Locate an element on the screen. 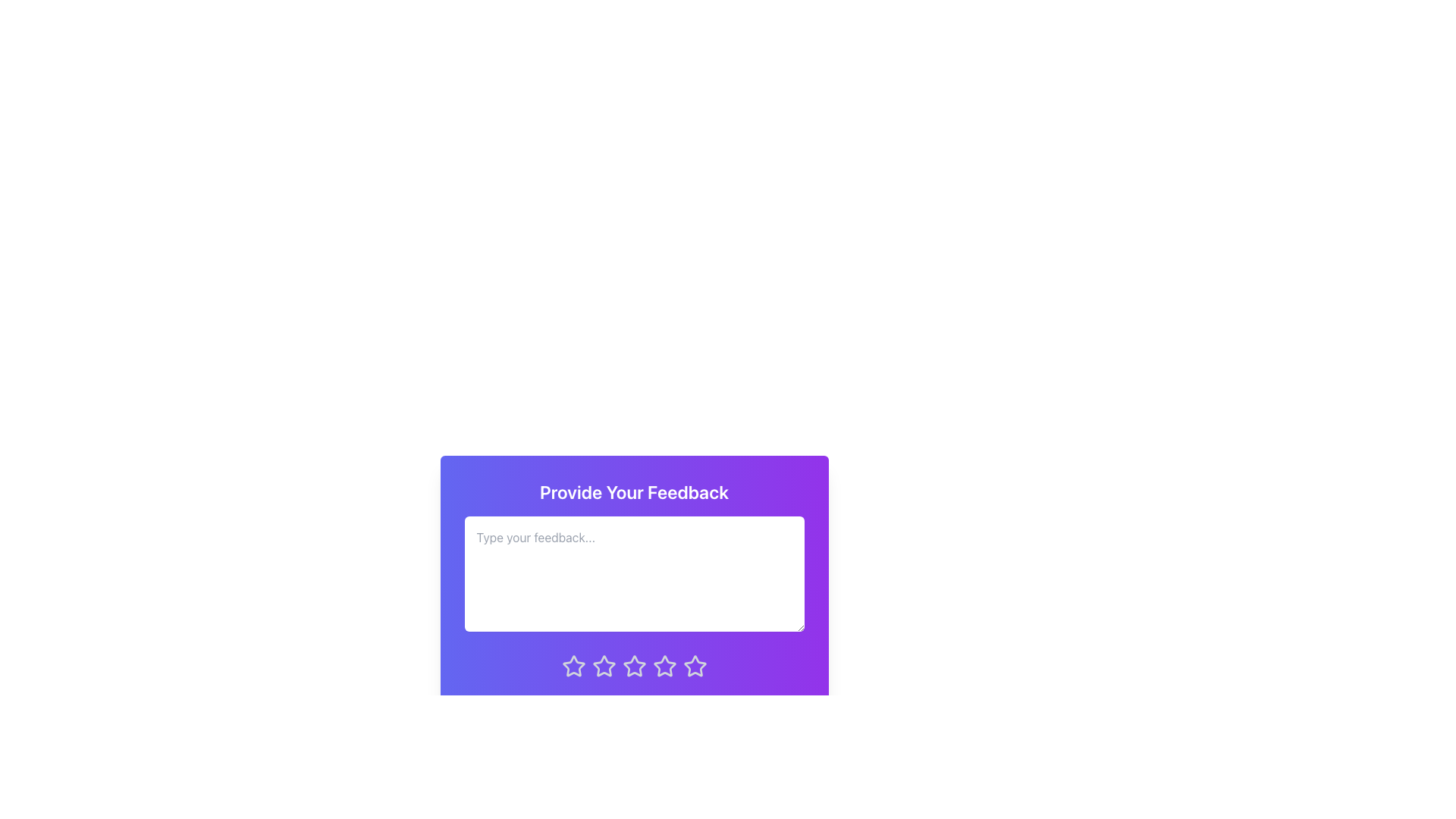  the non-interactive label at the top of the feedback form panel to orient users to the purpose of the form is located at coordinates (634, 491).